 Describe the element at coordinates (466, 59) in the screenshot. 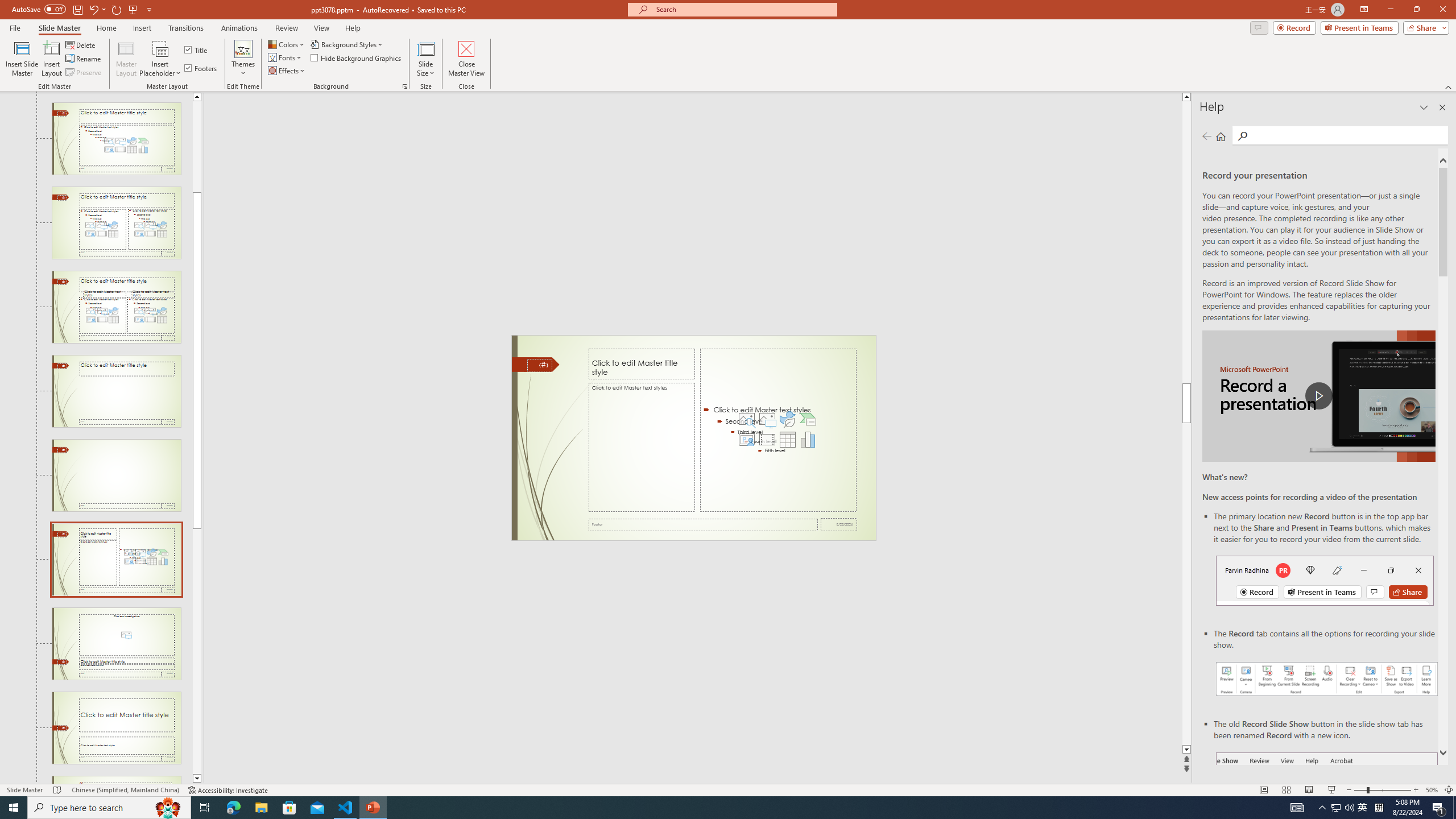

I see `'Close Master View'` at that location.